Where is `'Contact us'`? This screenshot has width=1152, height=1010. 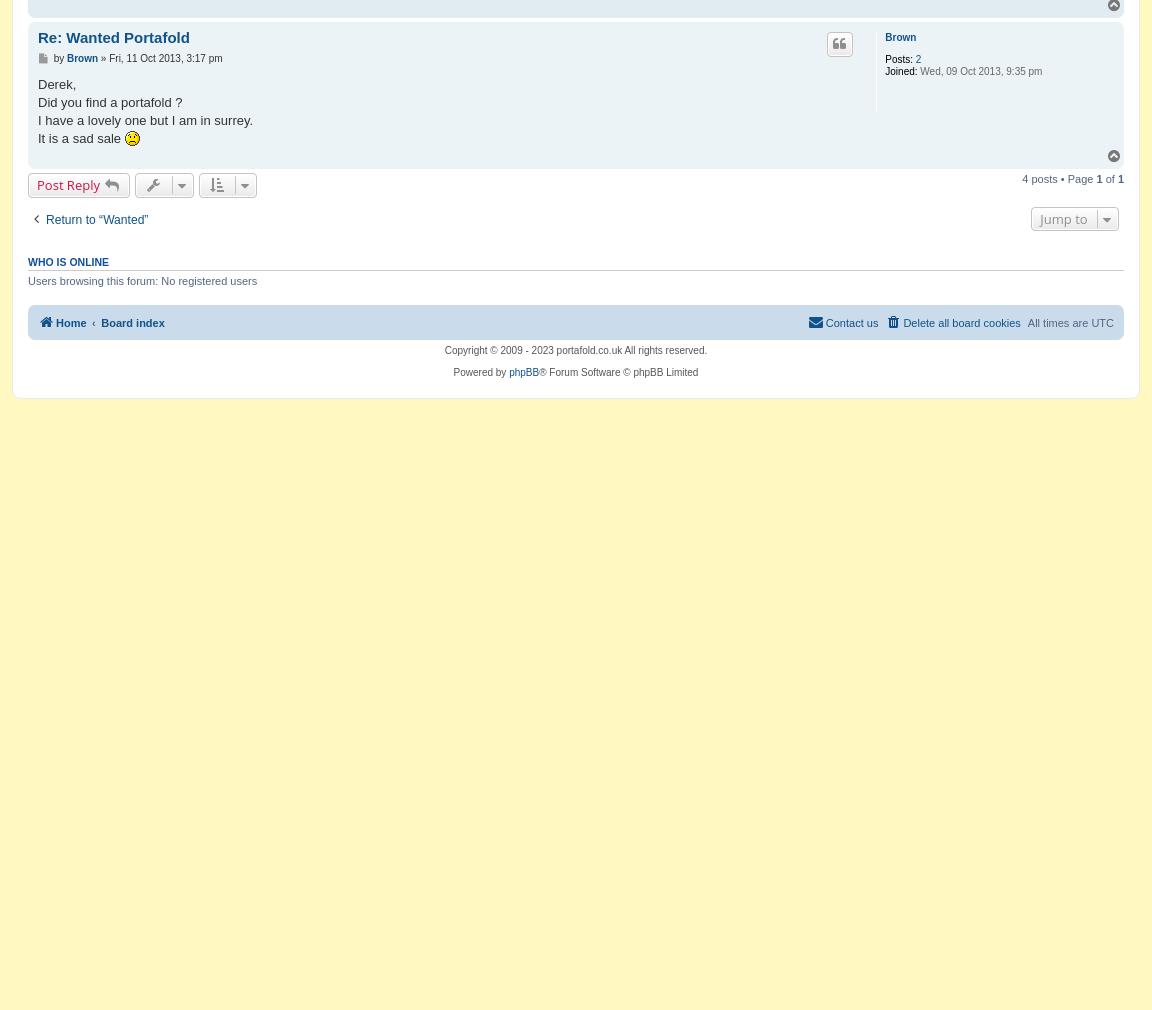
'Contact us' is located at coordinates (851, 321).